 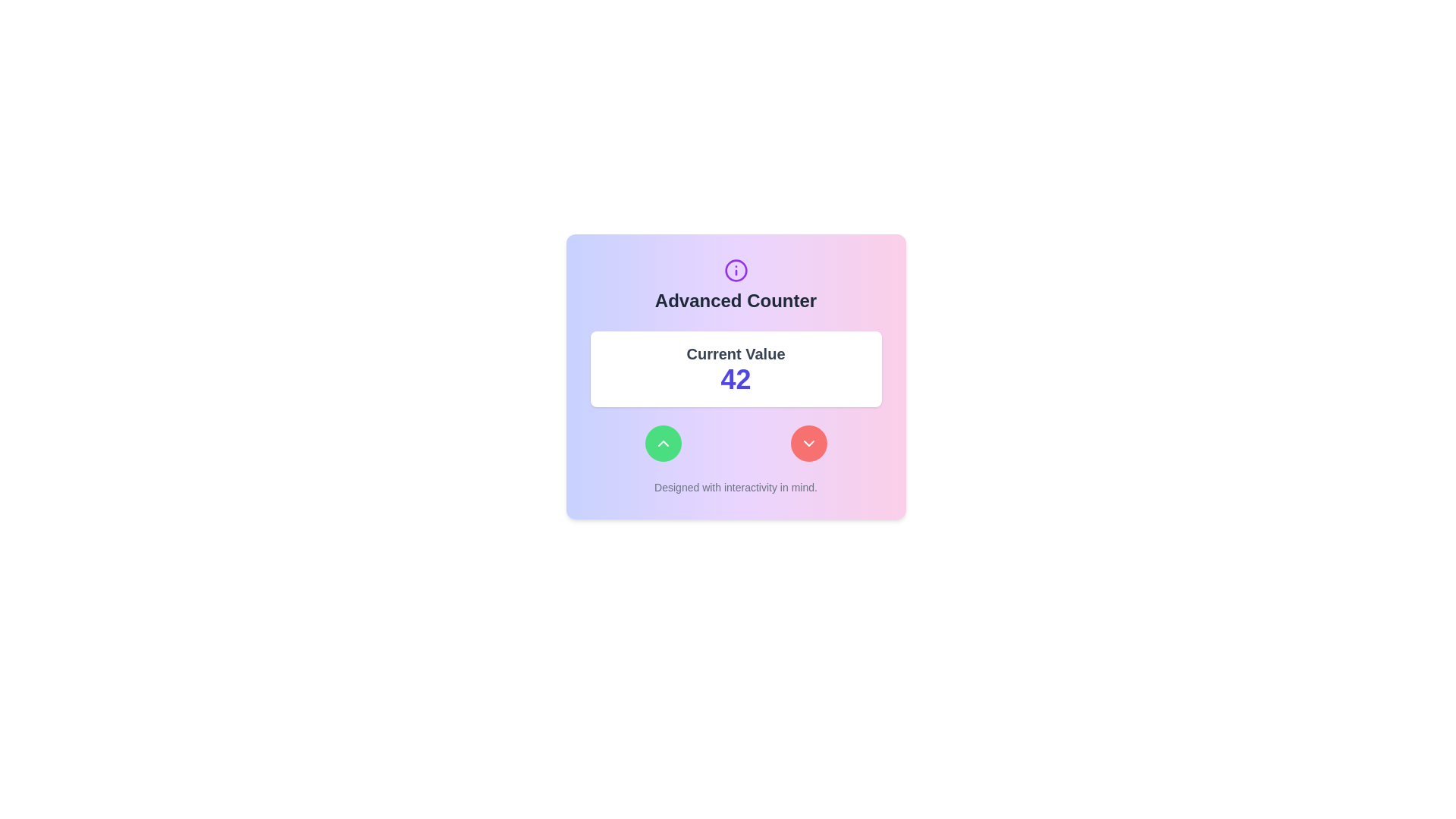 What do you see at coordinates (808, 444) in the screenshot?
I see `the decrement button located at the bottom-right of the primary card interface` at bounding box center [808, 444].